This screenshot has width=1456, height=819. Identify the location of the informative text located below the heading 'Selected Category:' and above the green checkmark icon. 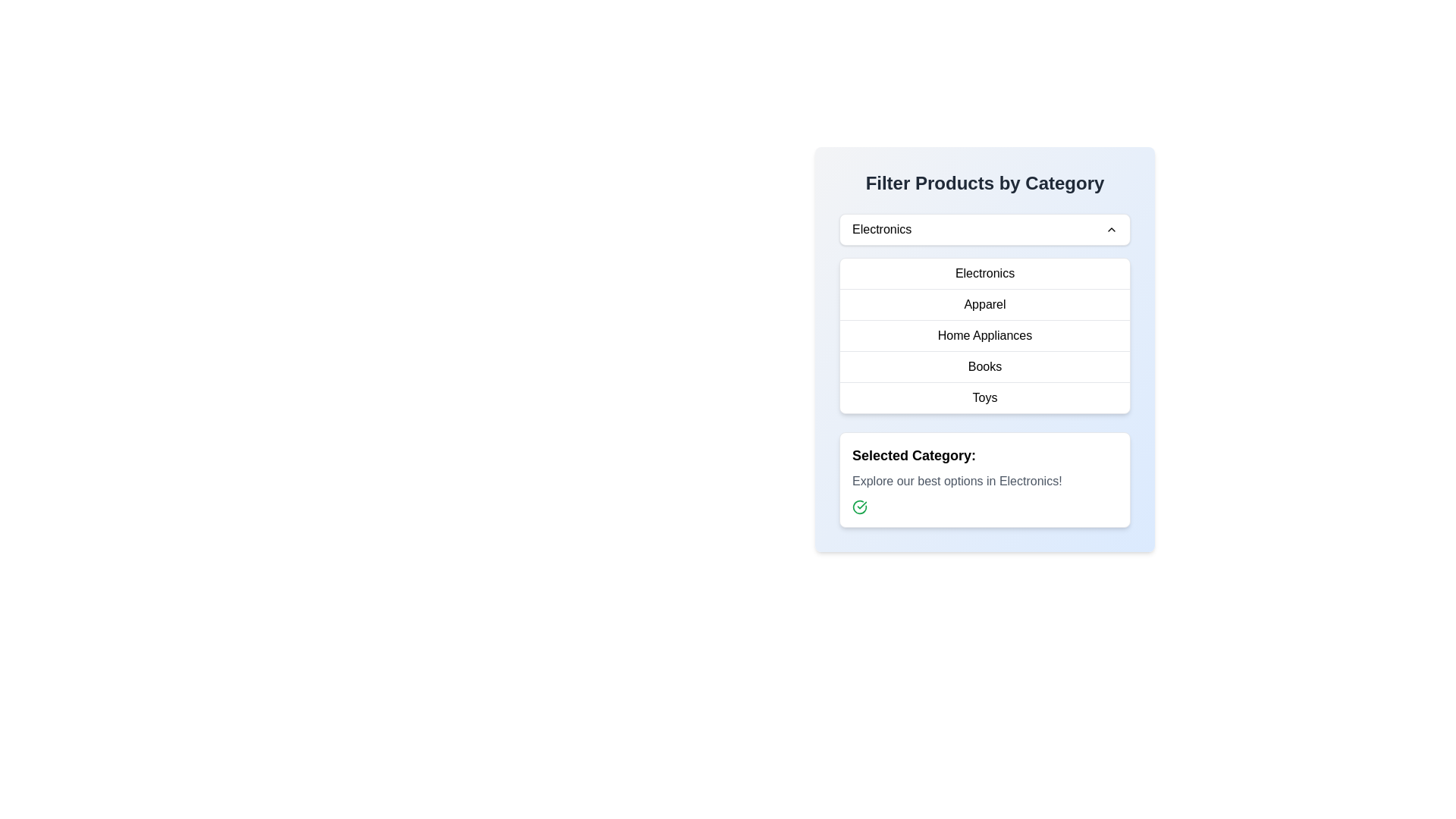
(985, 482).